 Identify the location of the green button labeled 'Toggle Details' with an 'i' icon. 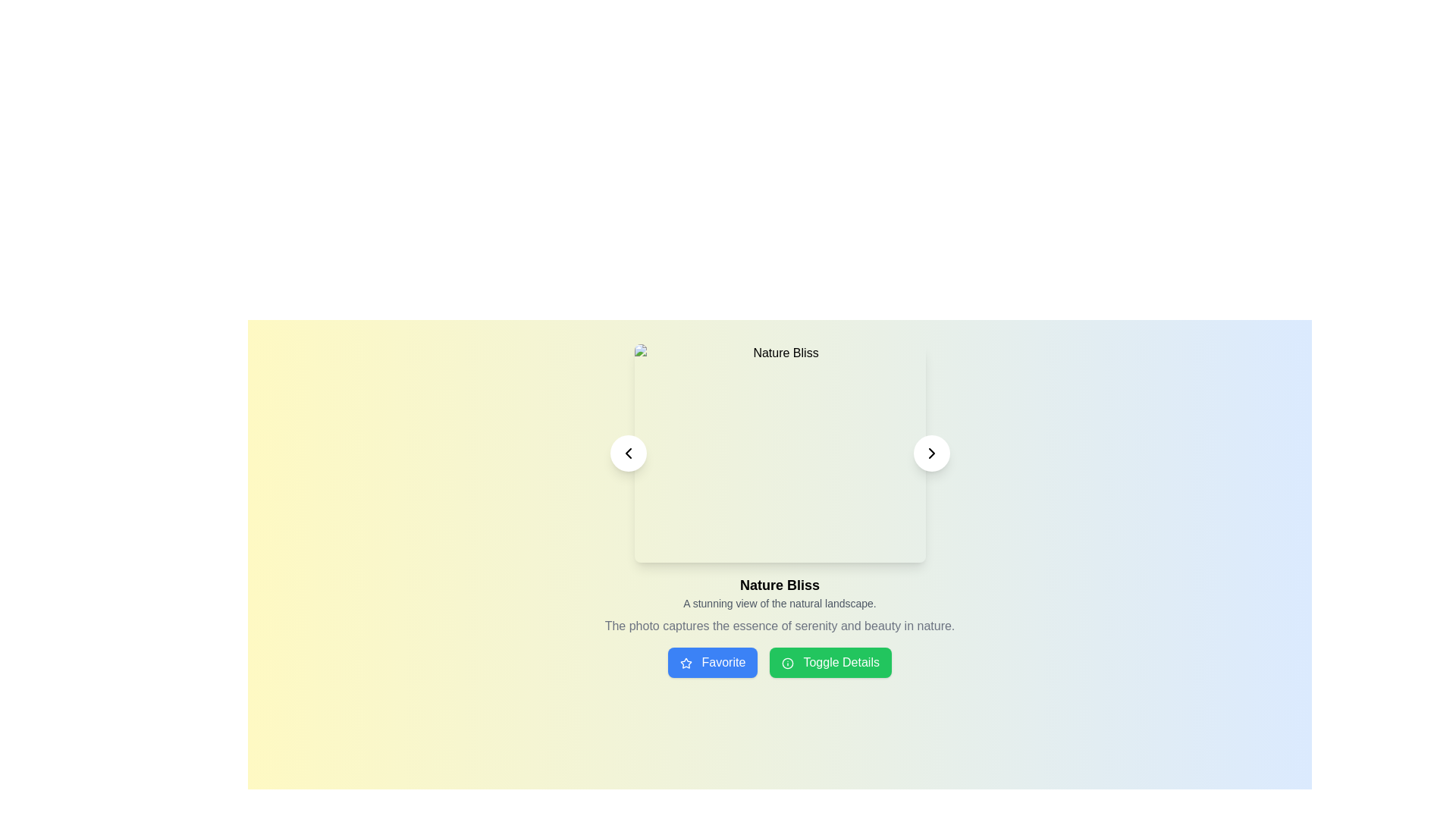
(830, 662).